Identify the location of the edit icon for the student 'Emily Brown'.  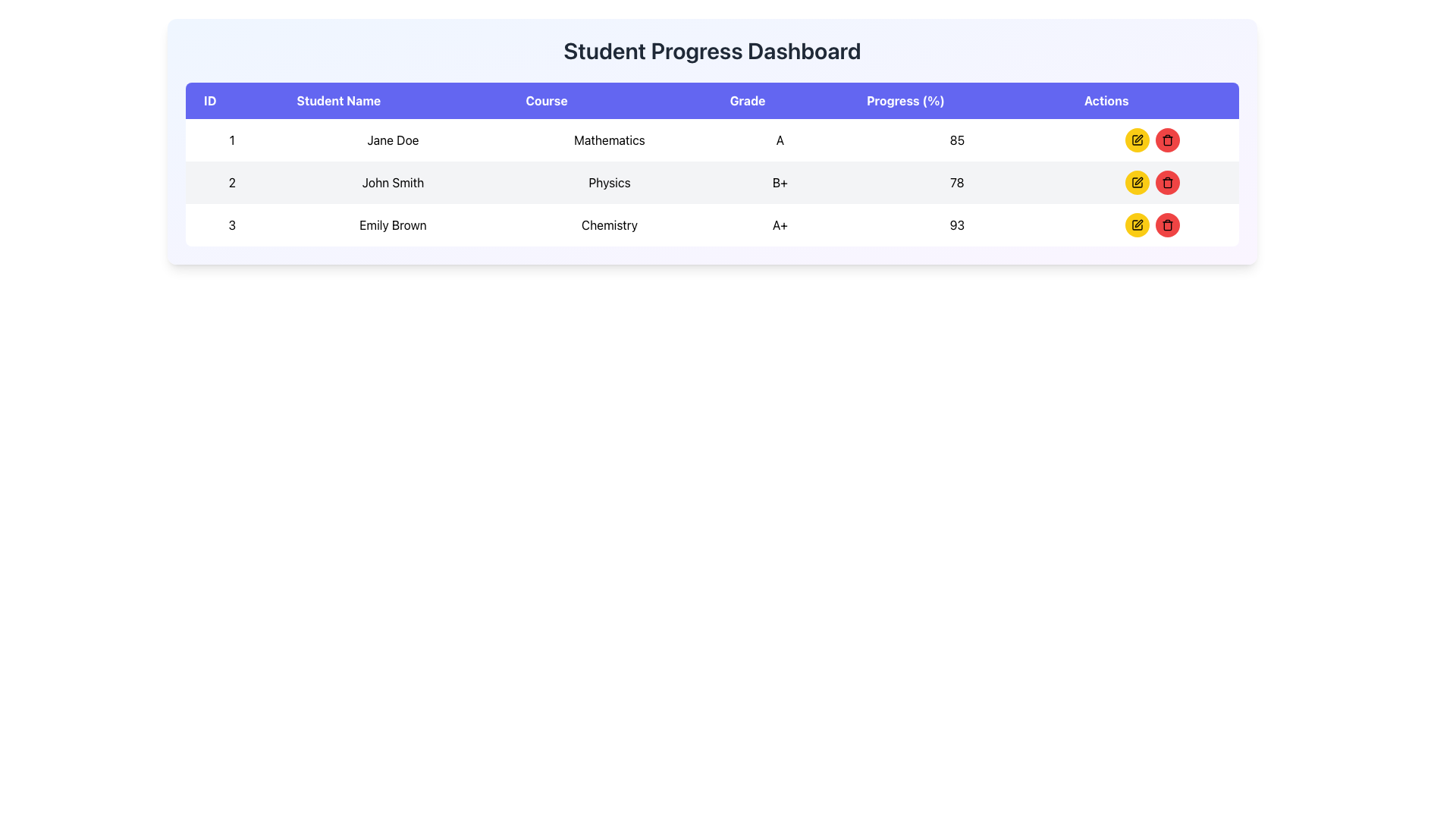
(1138, 223).